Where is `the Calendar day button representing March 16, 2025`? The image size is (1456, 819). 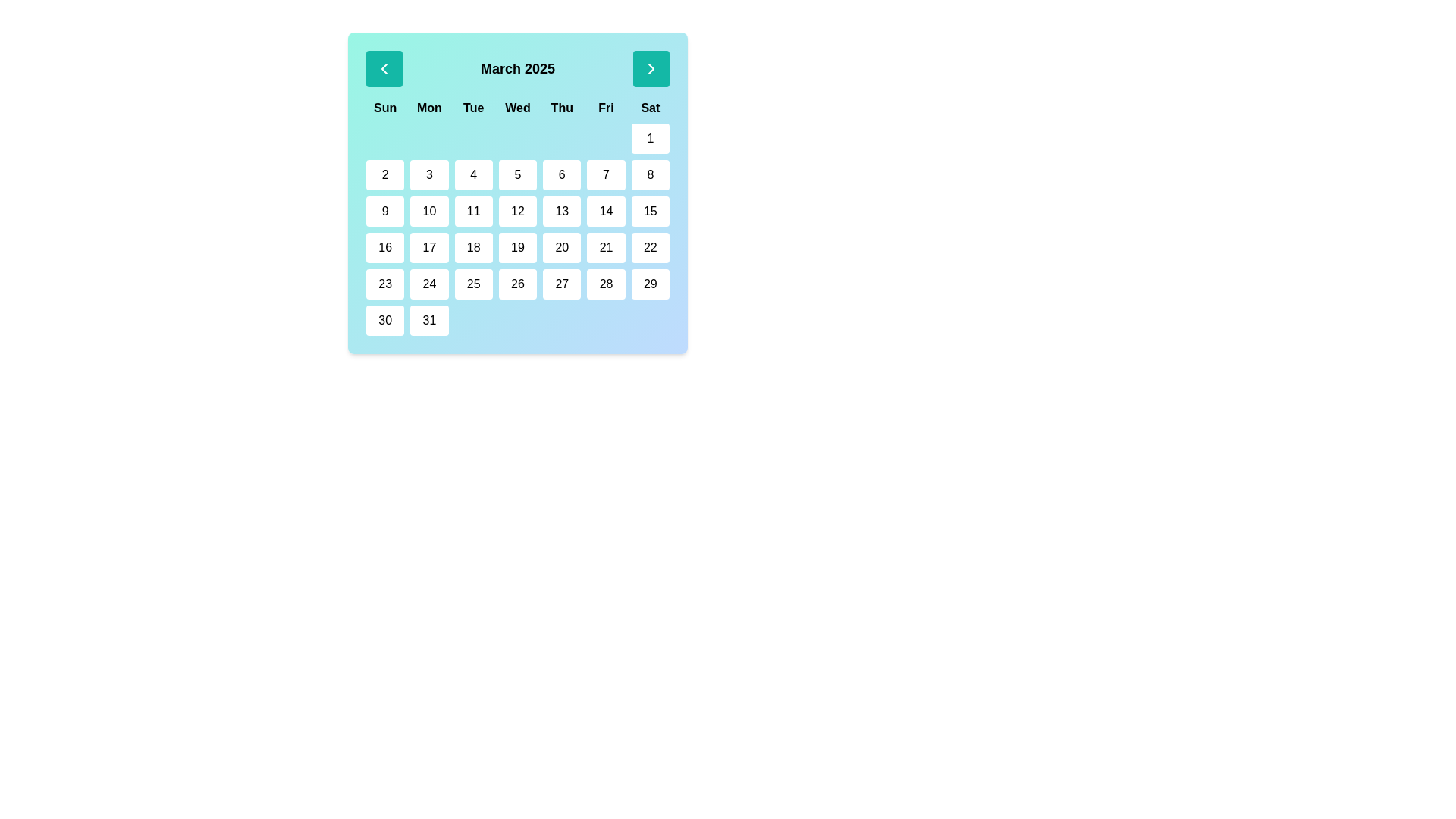 the Calendar day button representing March 16, 2025 is located at coordinates (385, 247).